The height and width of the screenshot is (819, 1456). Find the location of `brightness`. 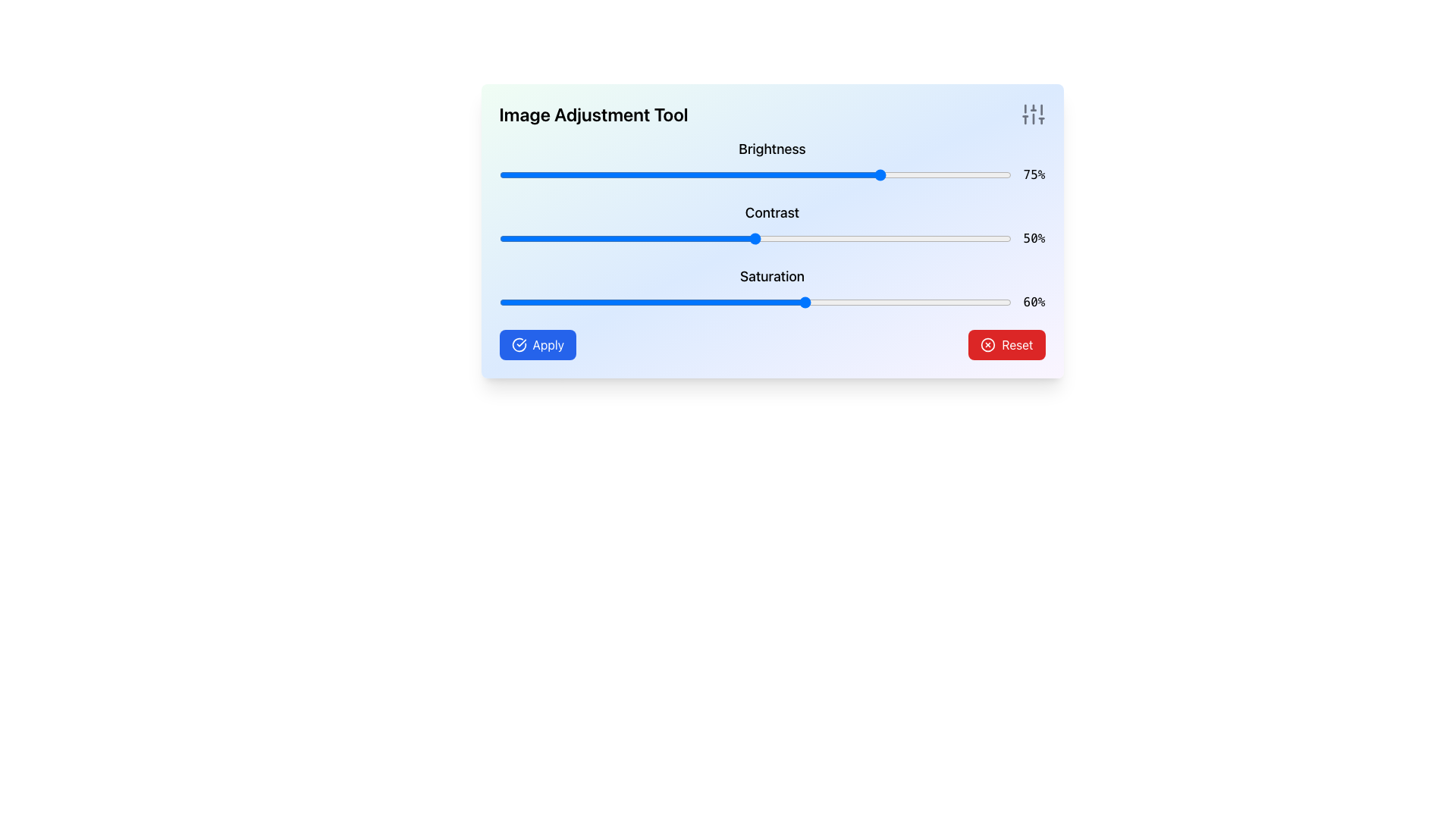

brightness is located at coordinates (510, 174).